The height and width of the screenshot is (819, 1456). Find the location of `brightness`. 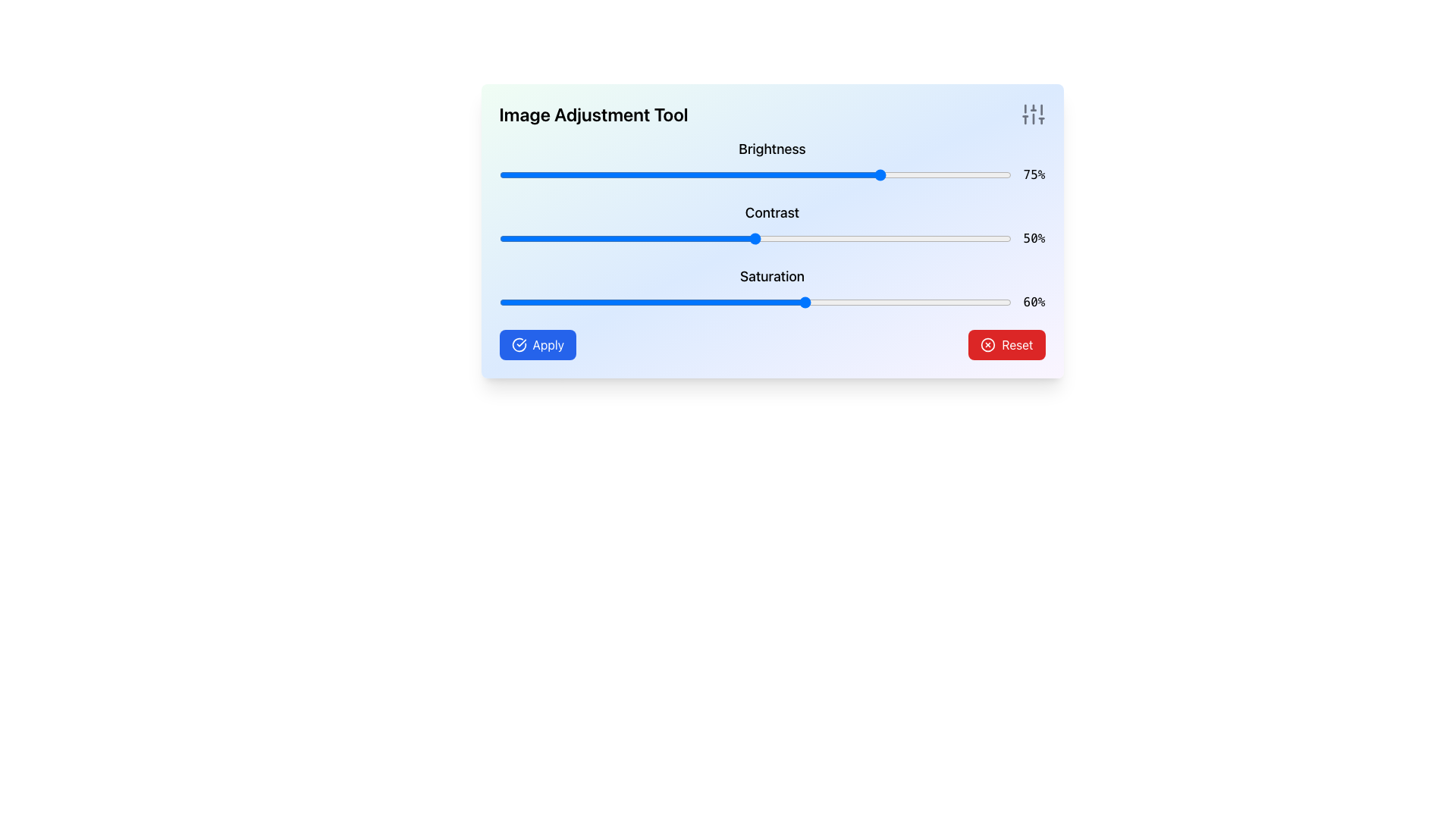

brightness is located at coordinates (510, 174).